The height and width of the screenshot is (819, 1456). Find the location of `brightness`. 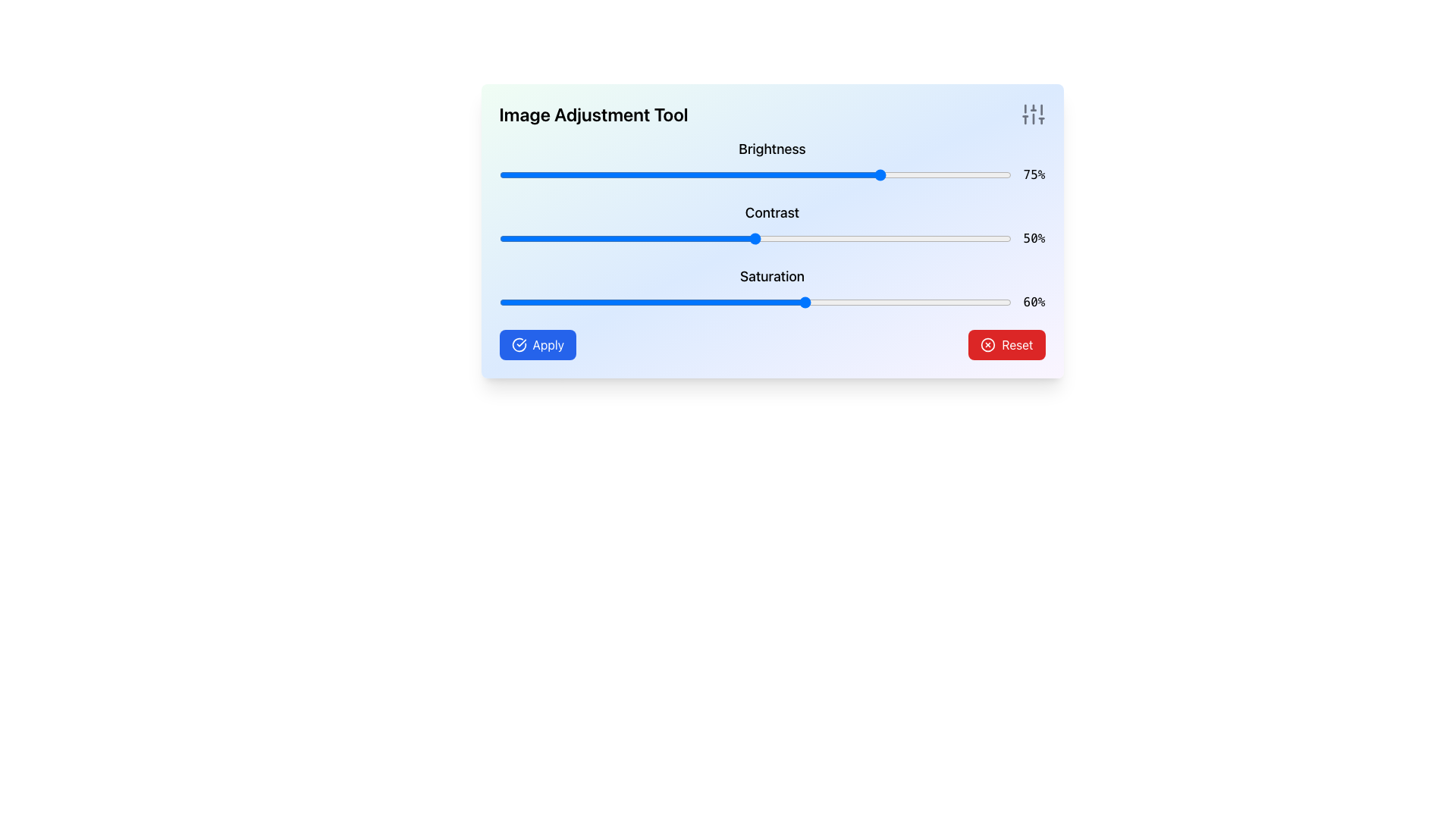

brightness is located at coordinates (510, 174).